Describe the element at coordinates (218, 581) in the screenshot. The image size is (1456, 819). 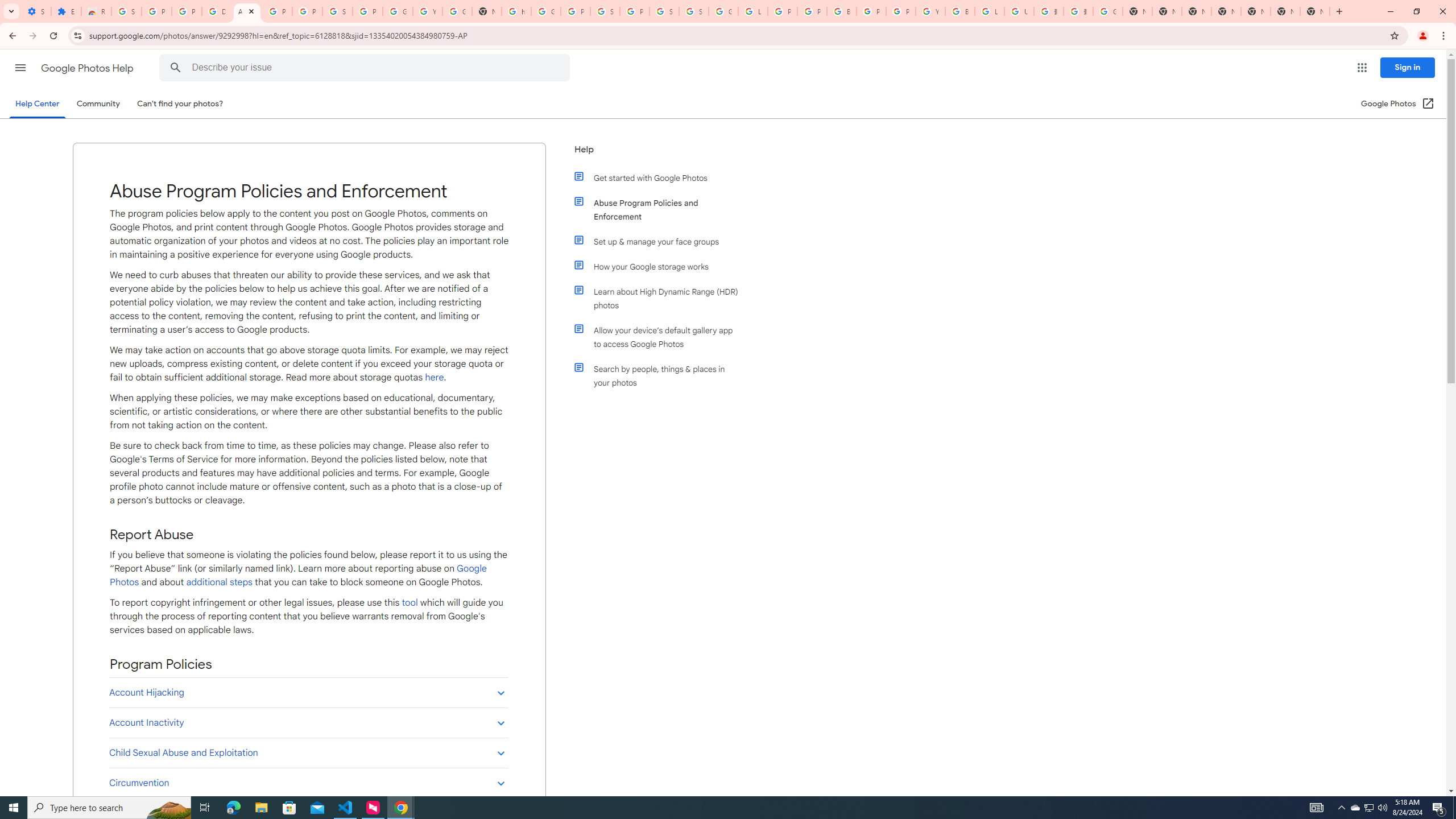
I see `'additional steps'` at that location.